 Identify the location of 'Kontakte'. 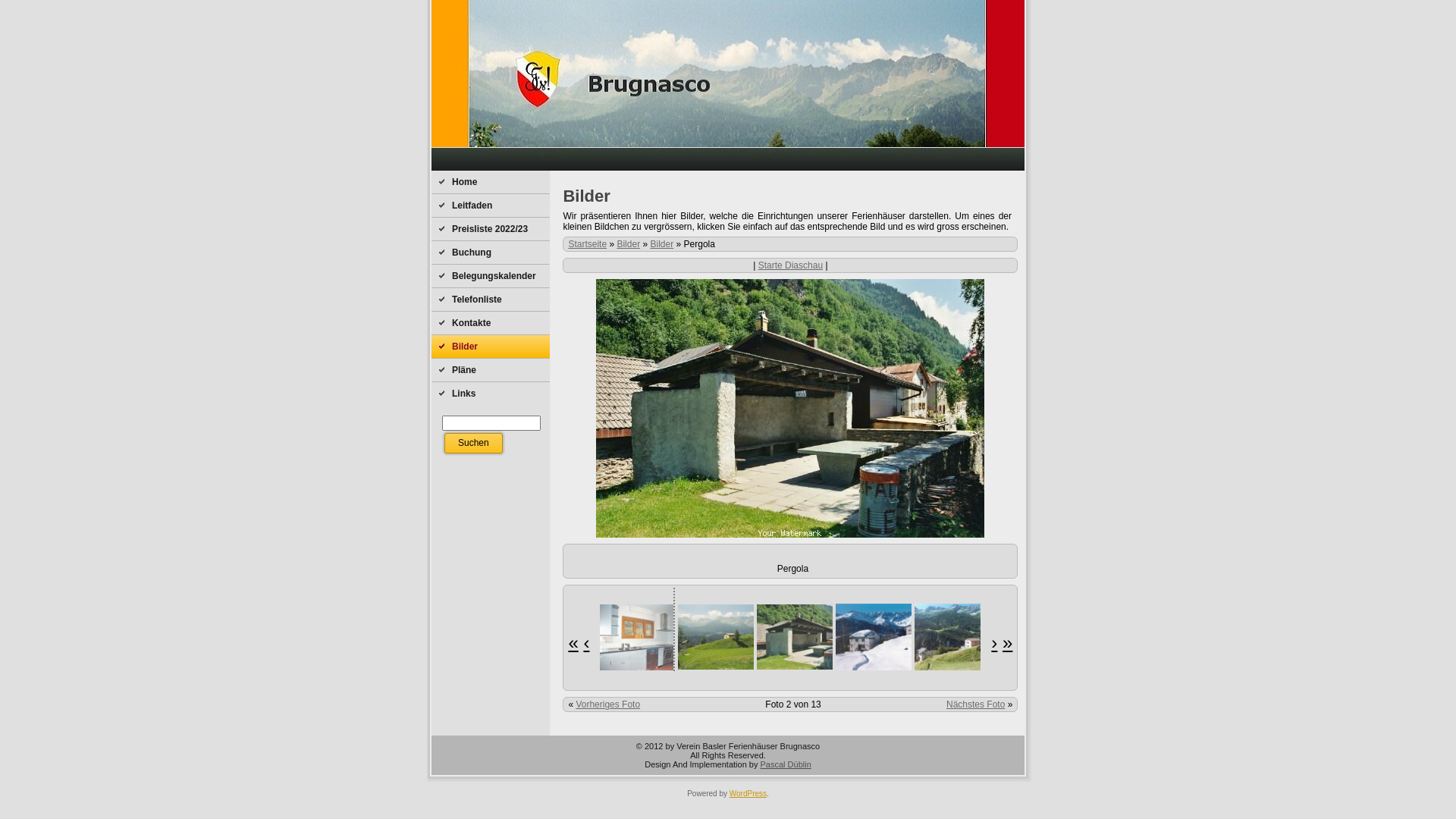
(491, 322).